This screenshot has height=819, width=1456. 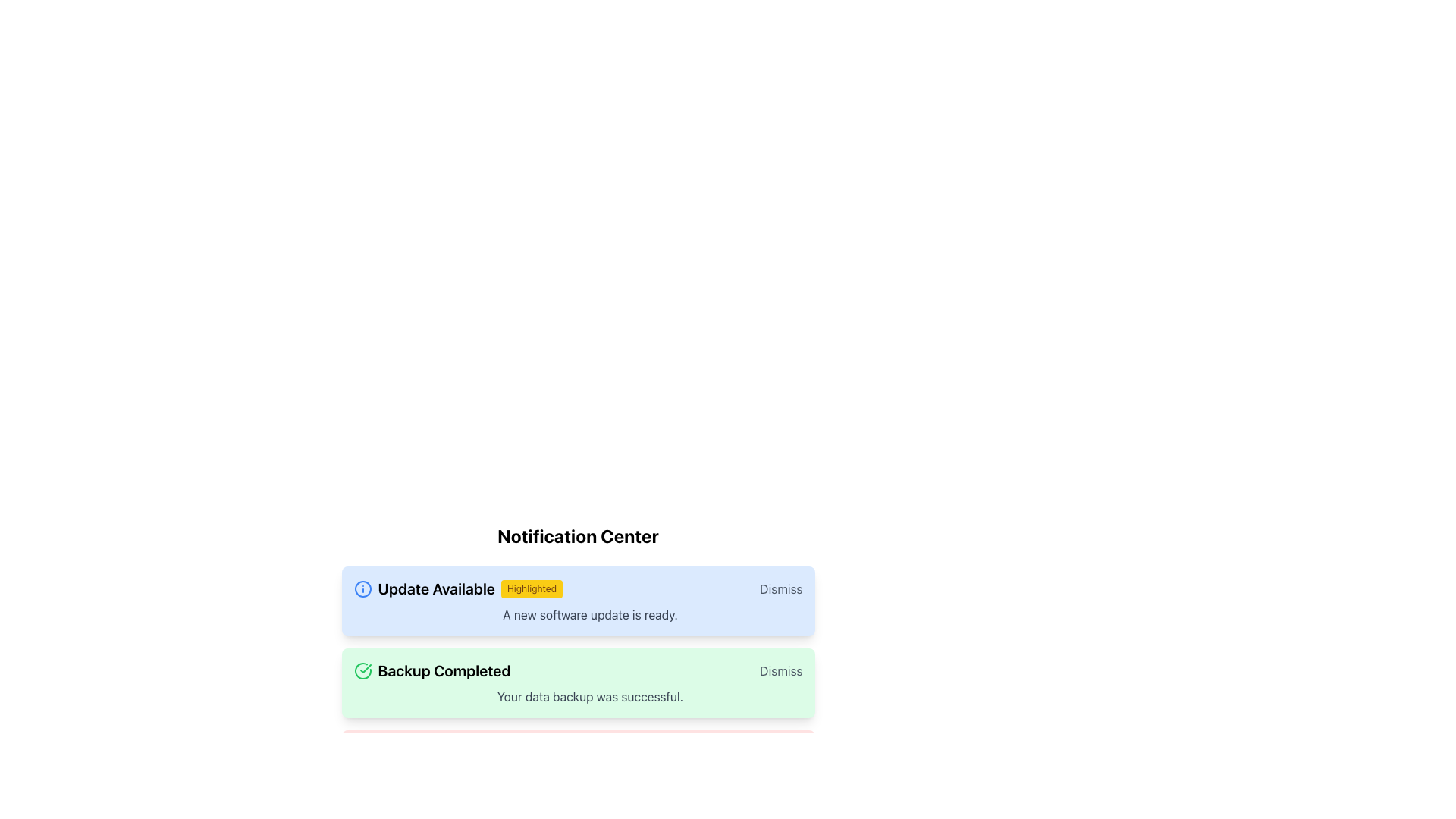 What do you see at coordinates (781, 588) in the screenshot?
I see `the Link button located at the far right of the 'Update Available' notification card to change its color to a darker shade` at bounding box center [781, 588].